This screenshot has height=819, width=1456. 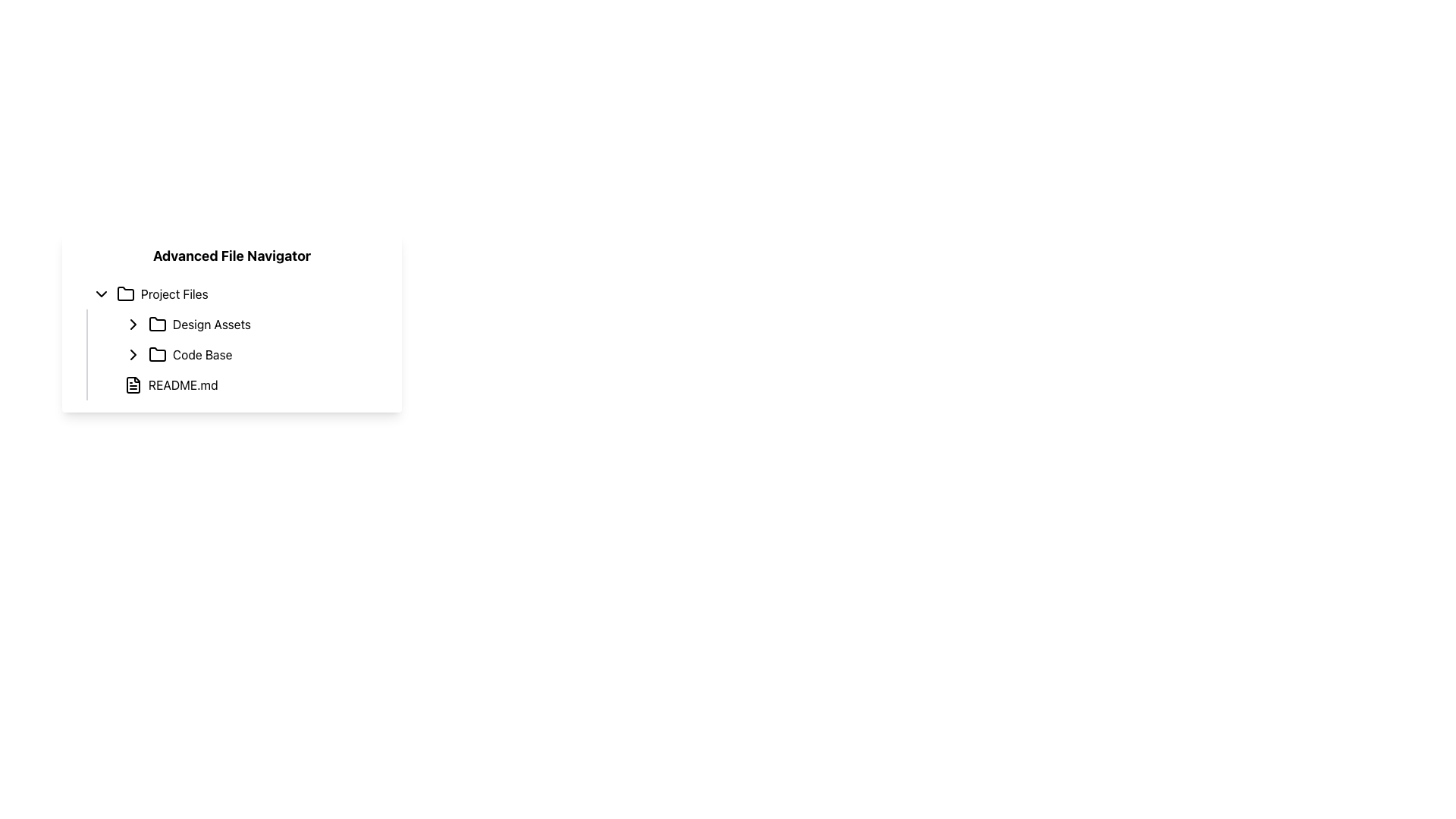 What do you see at coordinates (182, 384) in the screenshot?
I see `the 'README.md' text item` at bounding box center [182, 384].